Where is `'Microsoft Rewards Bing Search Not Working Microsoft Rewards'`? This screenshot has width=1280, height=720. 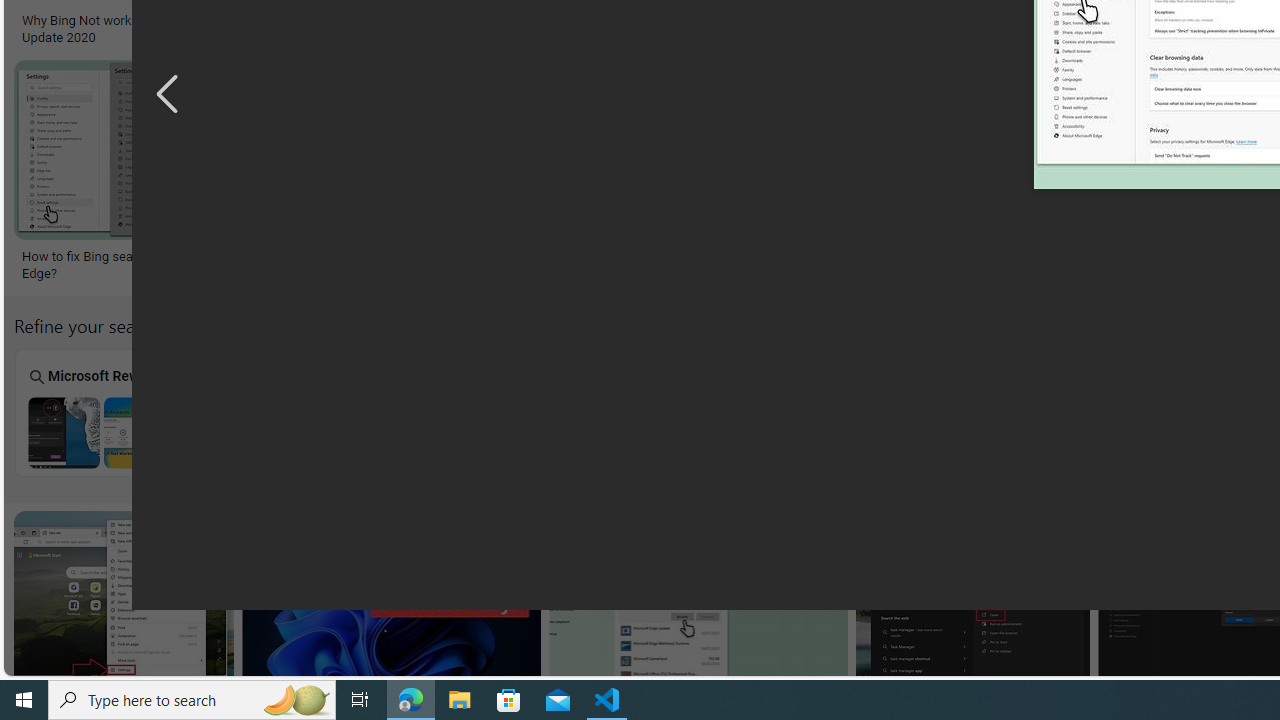
'Microsoft Rewards Bing Search Not Working Microsoft Rewards' is located at coordinates (100, 411).